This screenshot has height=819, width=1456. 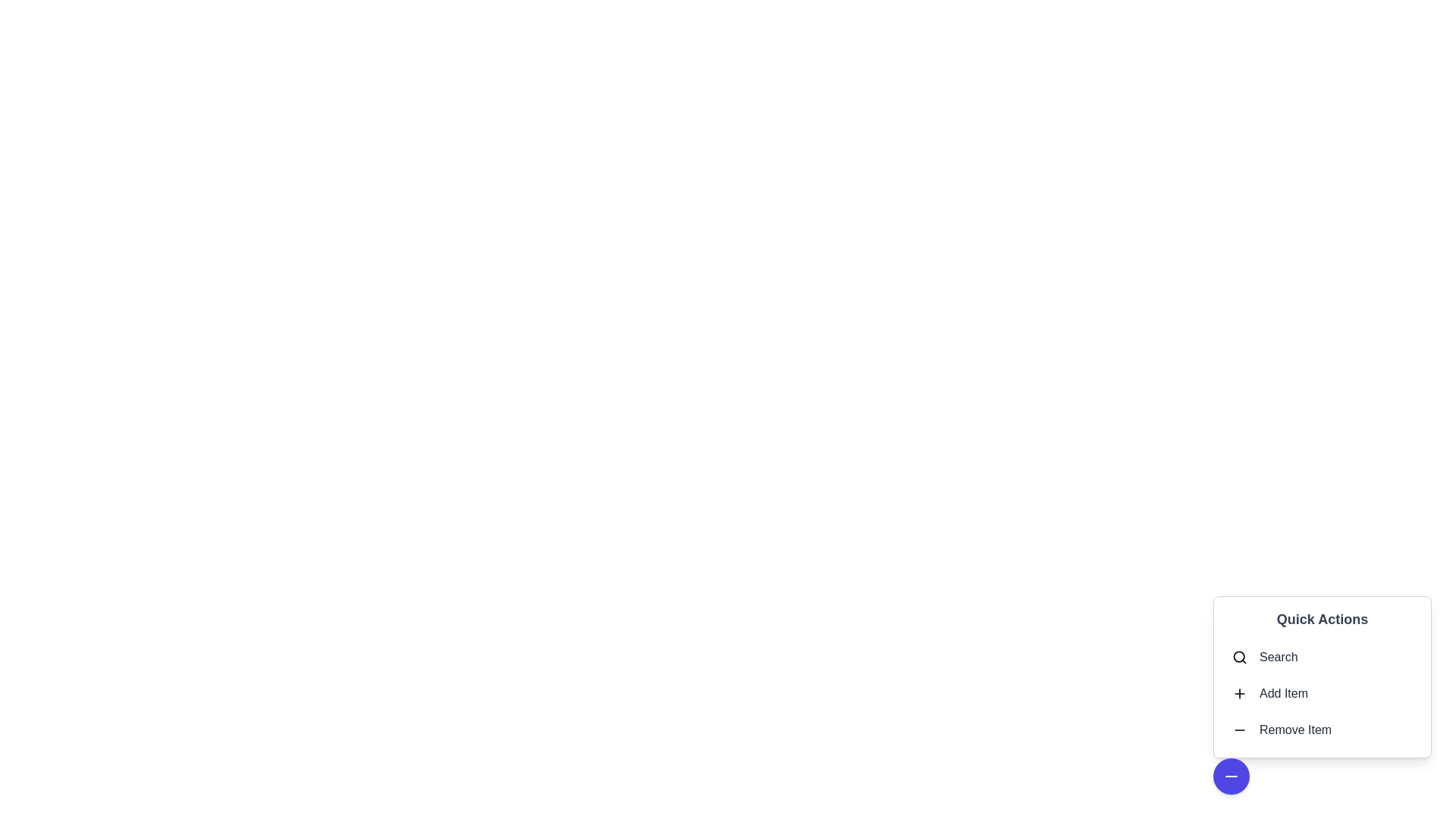 What do you see at coordinates (1240, 730) in the screenshot?
I see `the 'Remove Item' button located in the 'Quick Actions' menu, which contains a small minus sign icon` at bounding box center [1240, 730].